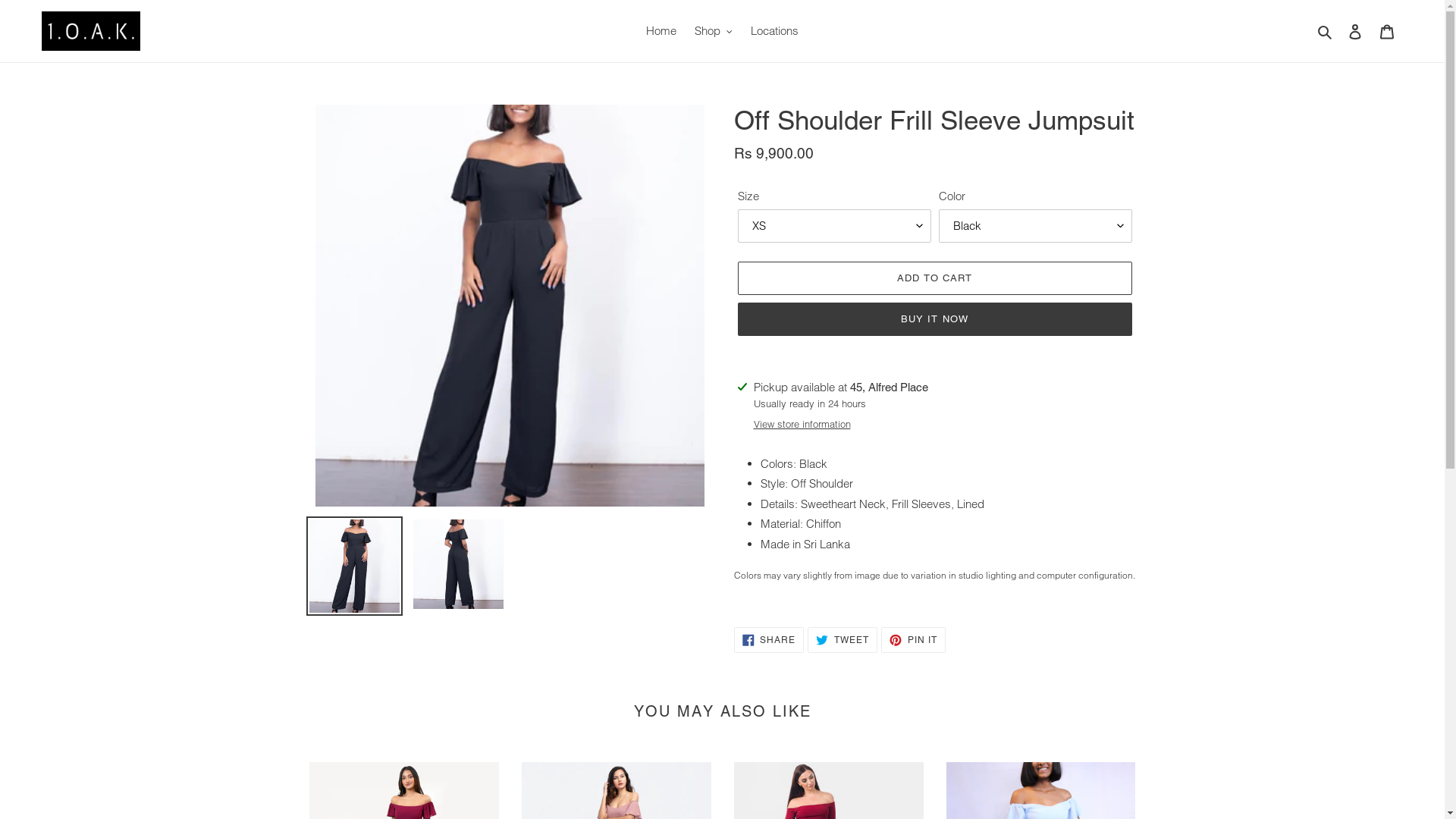  I want to click on 'ADD TO CART', so click(934, 278).